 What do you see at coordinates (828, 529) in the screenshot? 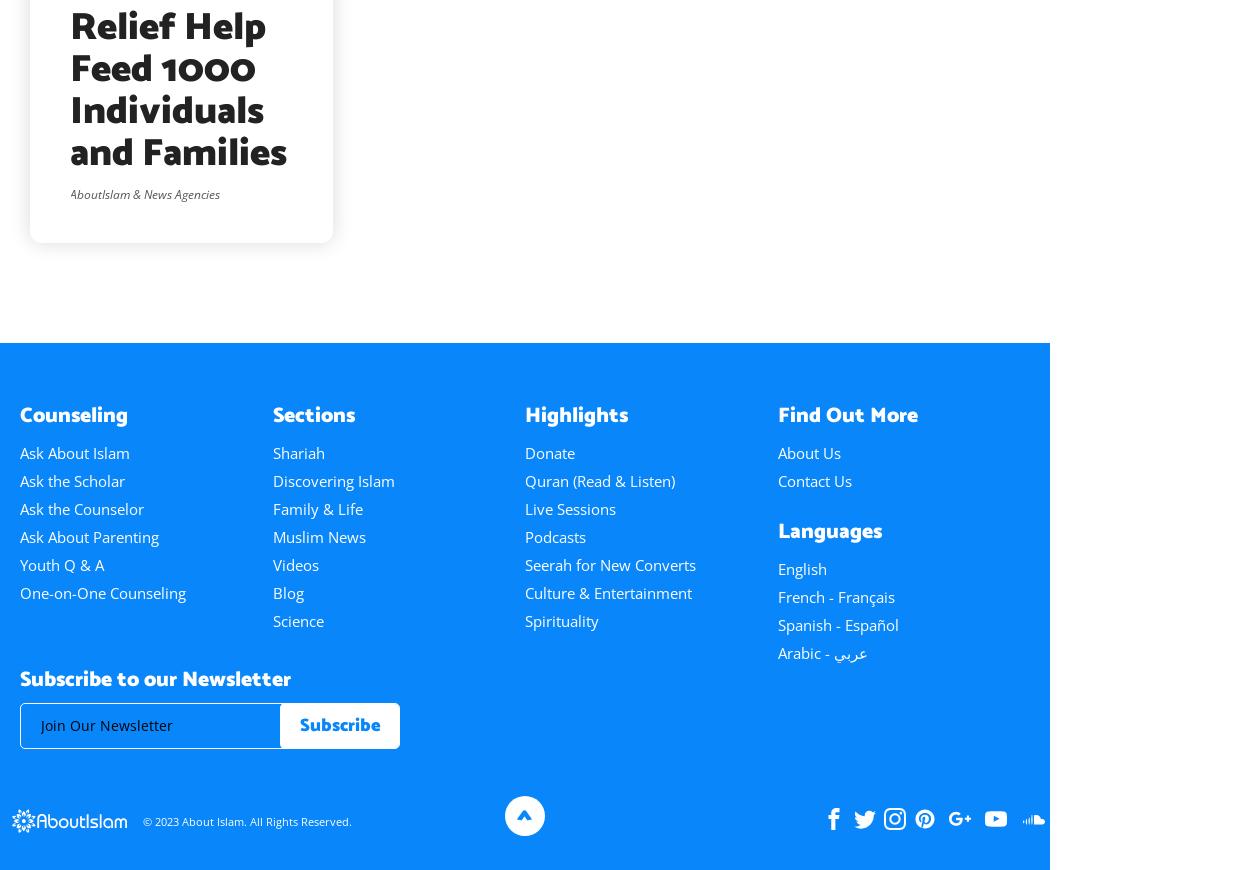
I see `'Languages'` at bounding box center [828, 529].